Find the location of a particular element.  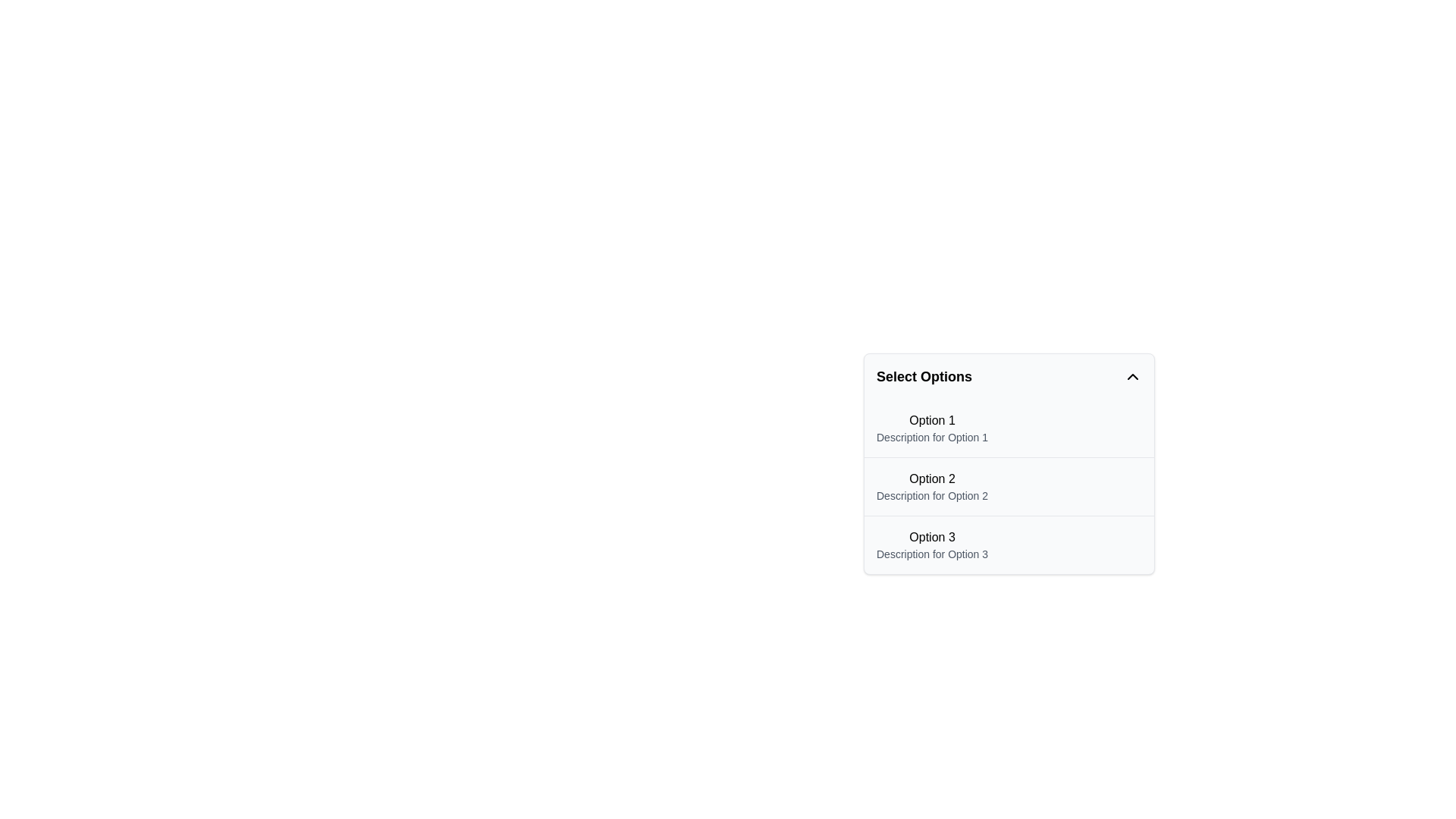

the text label reading 'Description for Option 1', which is positioned immediately below the 'Option 1' header in a dropdown interface is located at coordinates (931, 438).